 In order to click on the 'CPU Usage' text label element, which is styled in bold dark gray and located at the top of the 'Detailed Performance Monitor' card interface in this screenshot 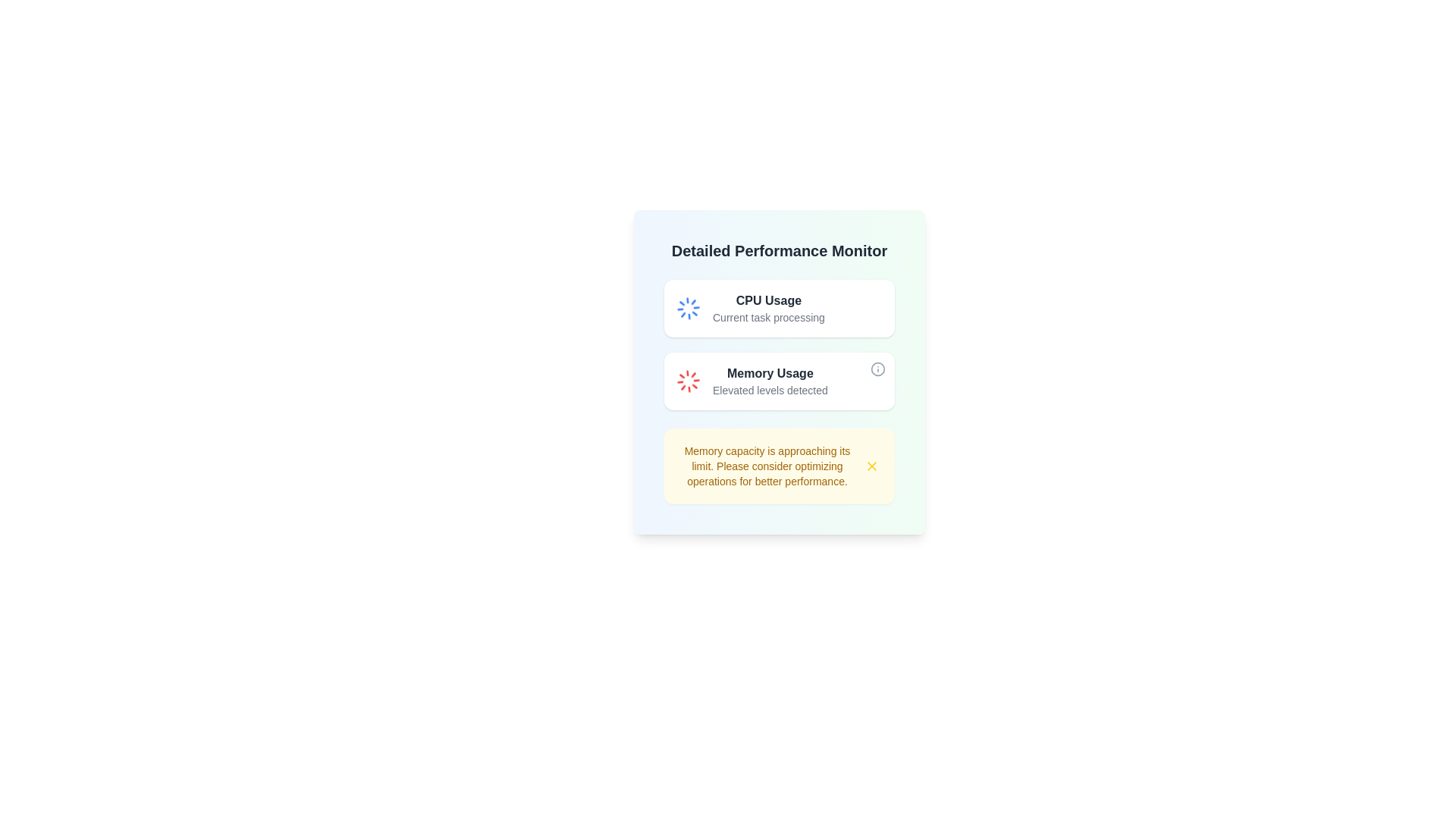, I will do `click(768, 301)`.